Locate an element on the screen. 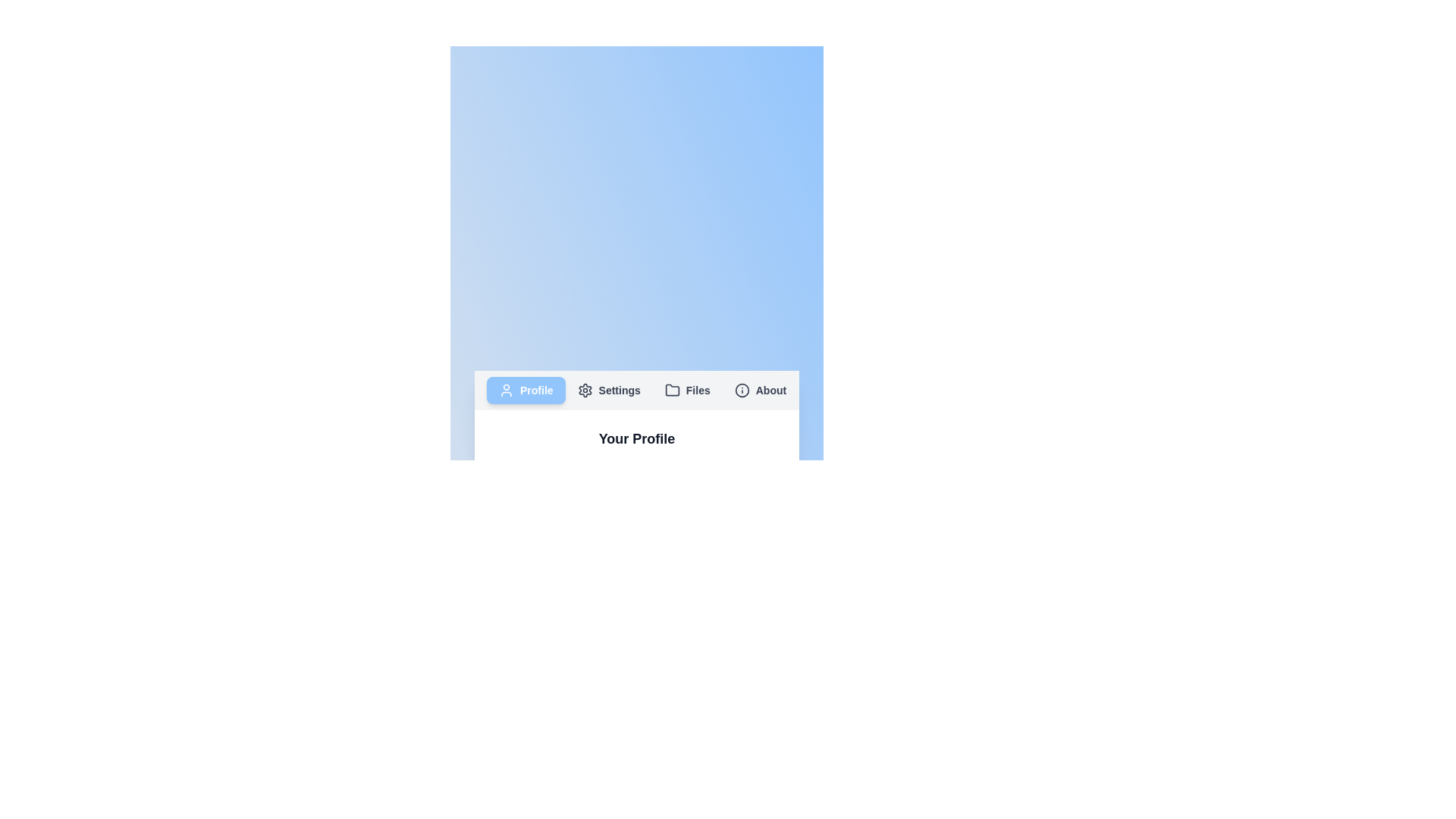 This screenshot has height=819, width=1456. the central cogwheel feature in the settings icon is located at coordinates (584, 390).